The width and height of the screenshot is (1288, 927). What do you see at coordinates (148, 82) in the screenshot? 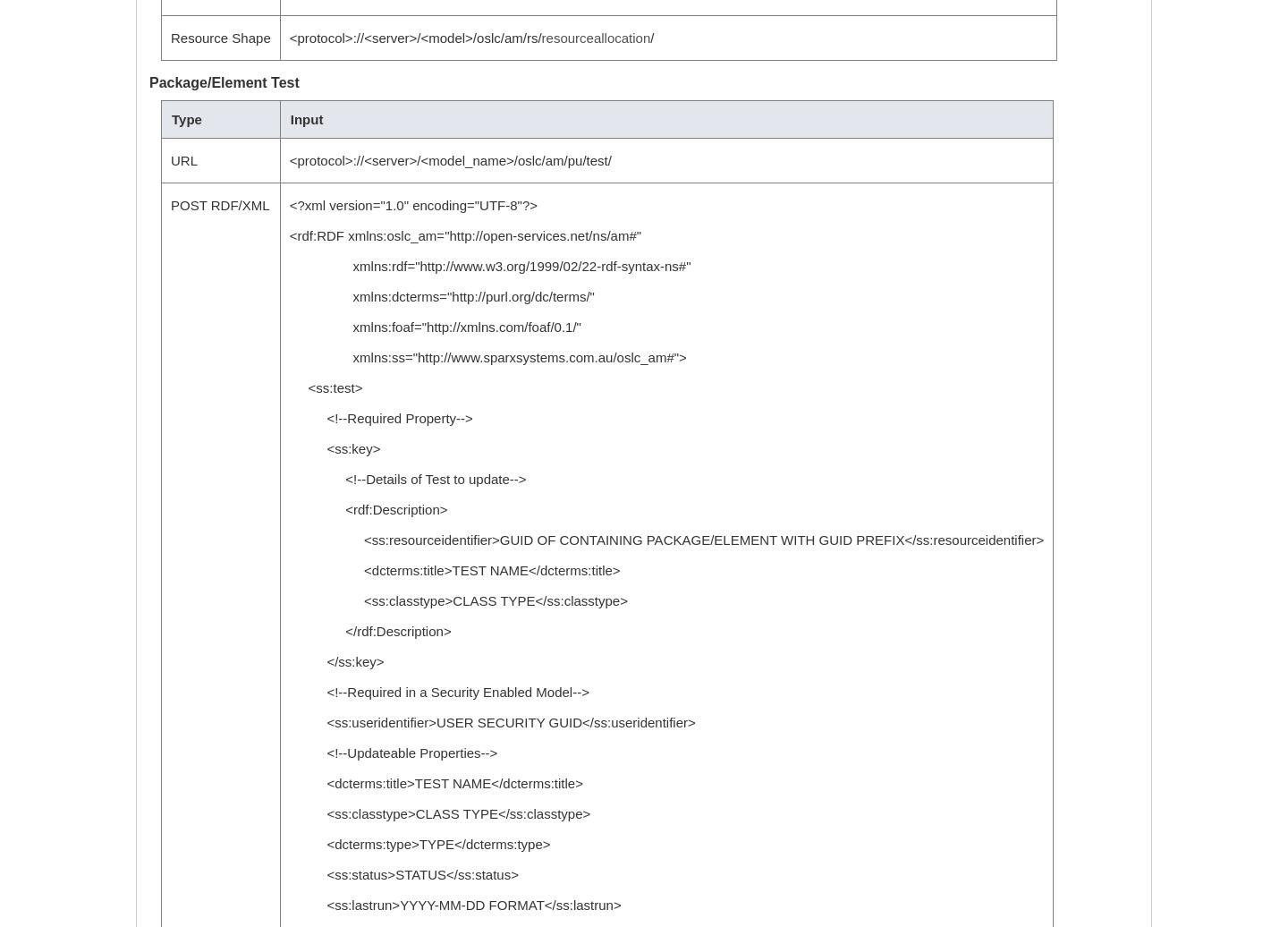
I see `'Package/Element Test'` at bounding box center [148, 82].